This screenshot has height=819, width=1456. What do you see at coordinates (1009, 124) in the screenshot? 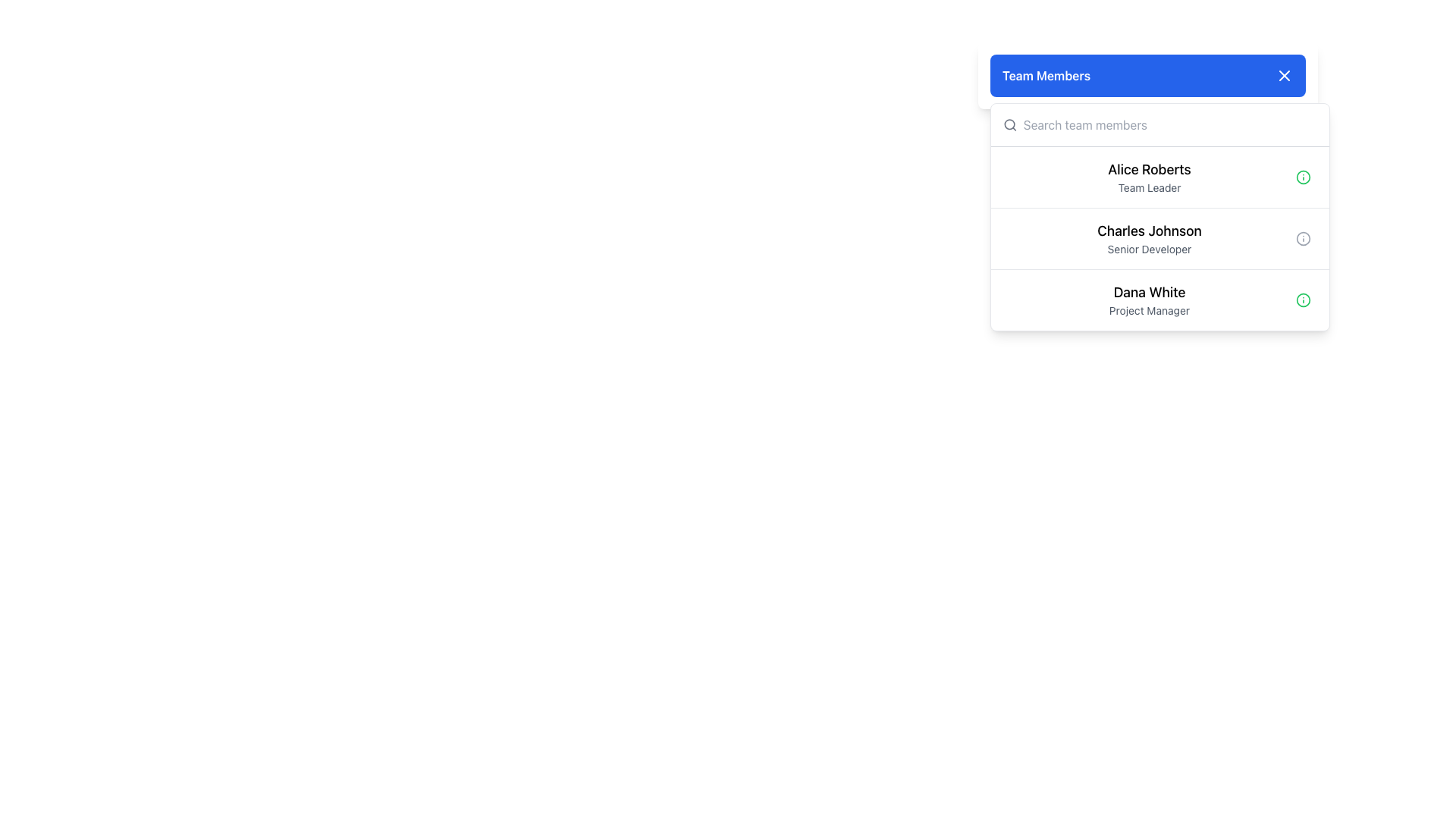
I see `the circular graphical element of the magnifying glass icon used for search functionality, located on the left side of the 'Search team members' input field` at bounding box center [1009, 124].